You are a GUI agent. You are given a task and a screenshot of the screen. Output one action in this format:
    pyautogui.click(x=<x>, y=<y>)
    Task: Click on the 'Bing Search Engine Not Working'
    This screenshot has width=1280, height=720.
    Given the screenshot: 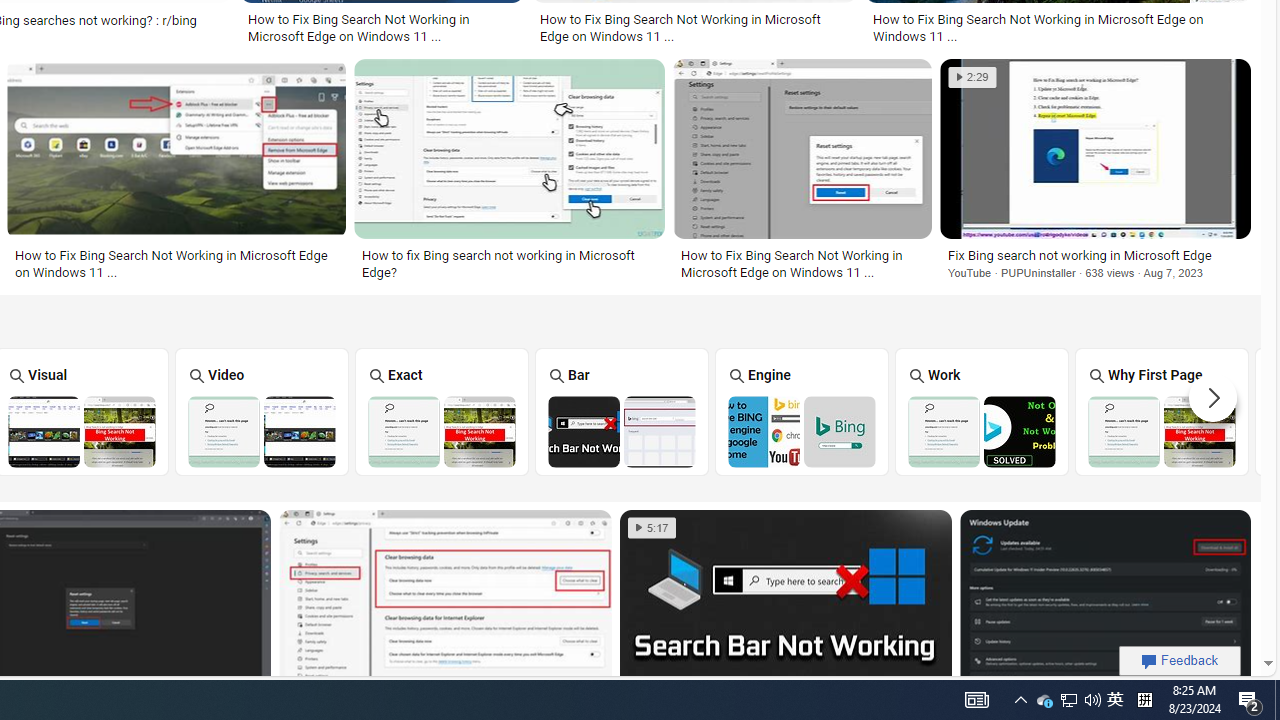 What is the action you would take?
    pyautogui.click(x=802, y=430)
    